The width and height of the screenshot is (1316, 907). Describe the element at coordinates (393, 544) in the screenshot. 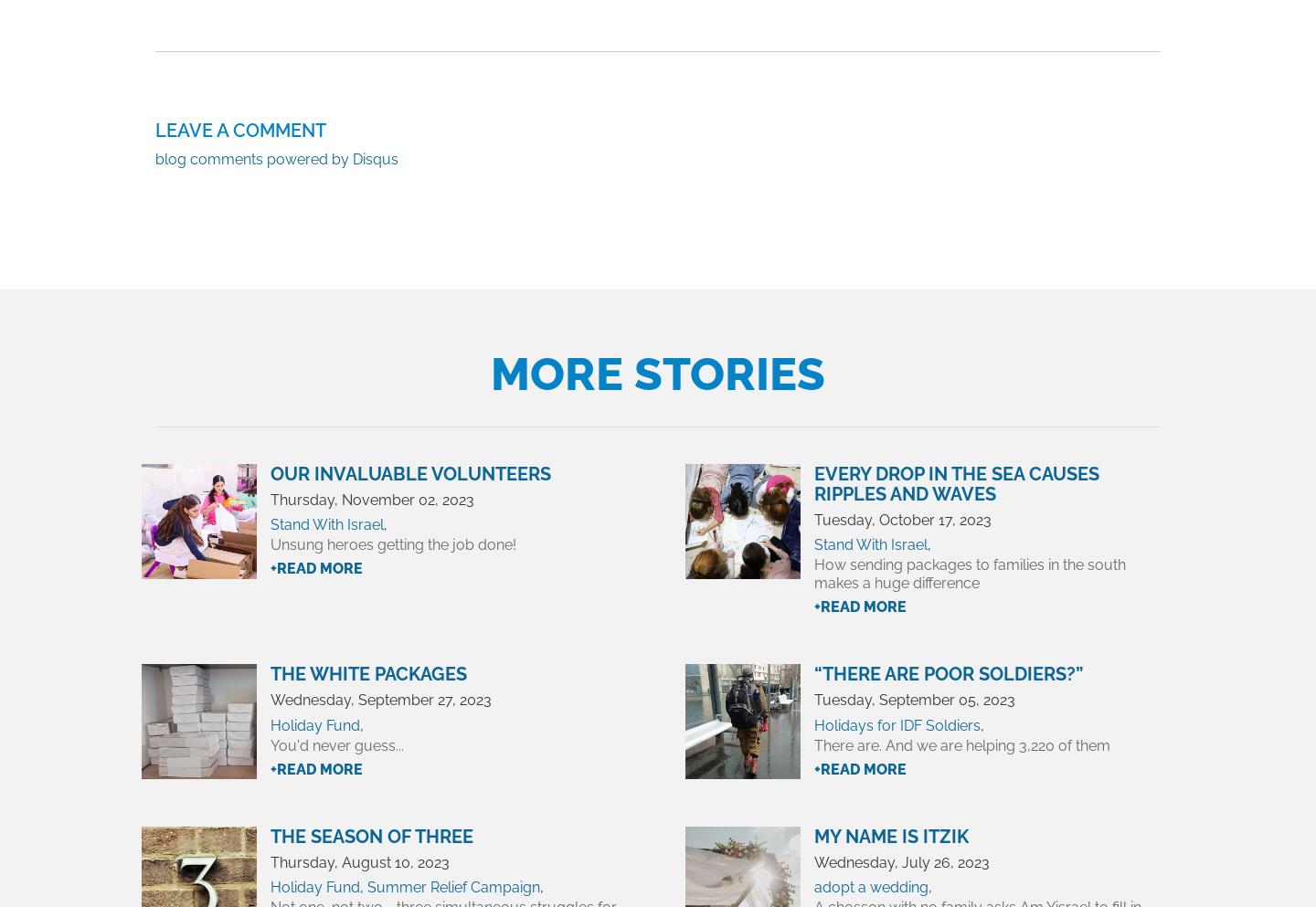

I see `'Unsung heroes getting the job done!'` at that location.